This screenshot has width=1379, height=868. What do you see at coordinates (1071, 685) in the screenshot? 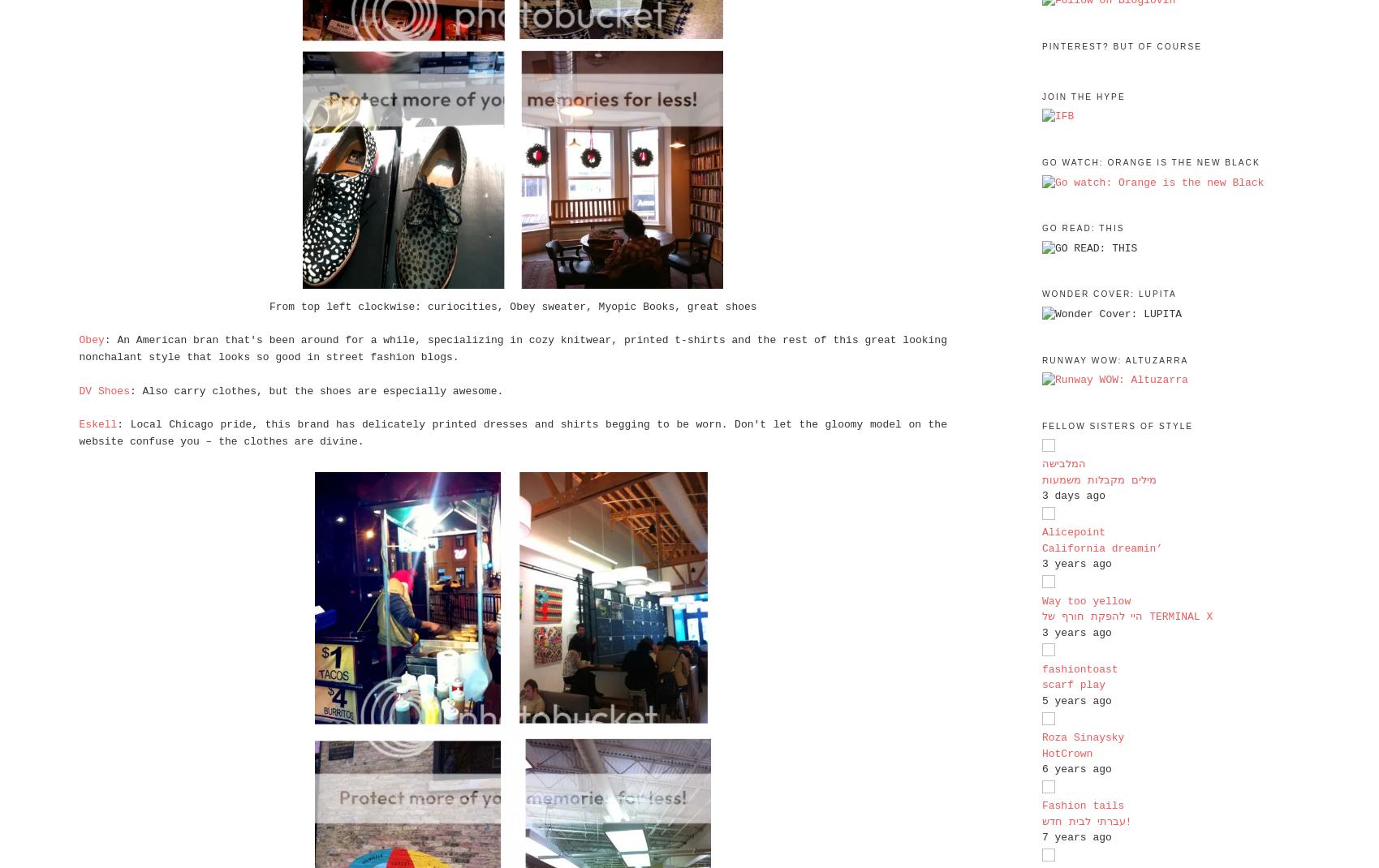
I see `'scarf play'` at bounding box center [1071, 685].